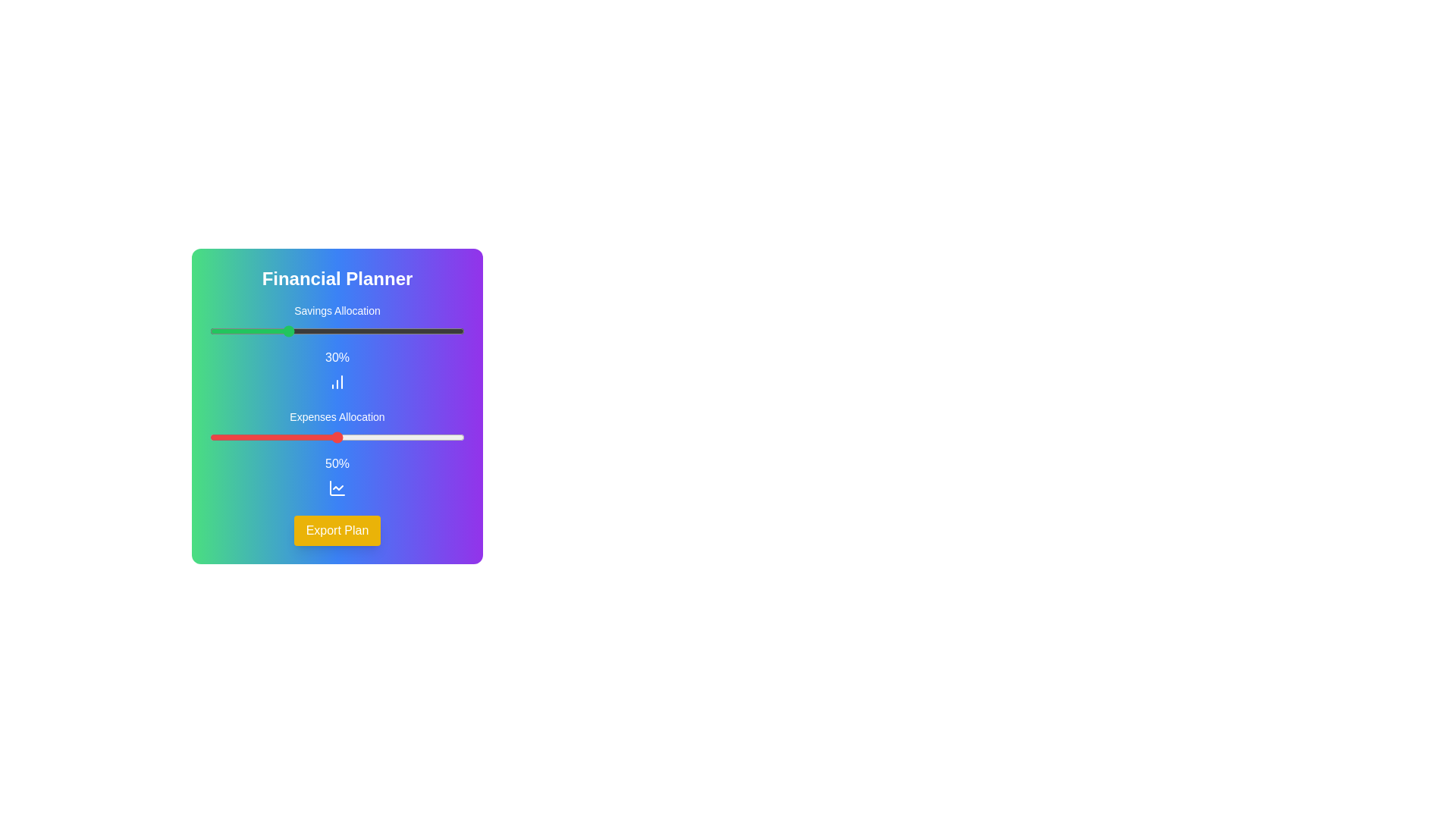 This screenshot has width=1456, height=819. Describe the element at coordinates (461, 438) in the screenshot. I see `the expenses allocation slider` at that location.